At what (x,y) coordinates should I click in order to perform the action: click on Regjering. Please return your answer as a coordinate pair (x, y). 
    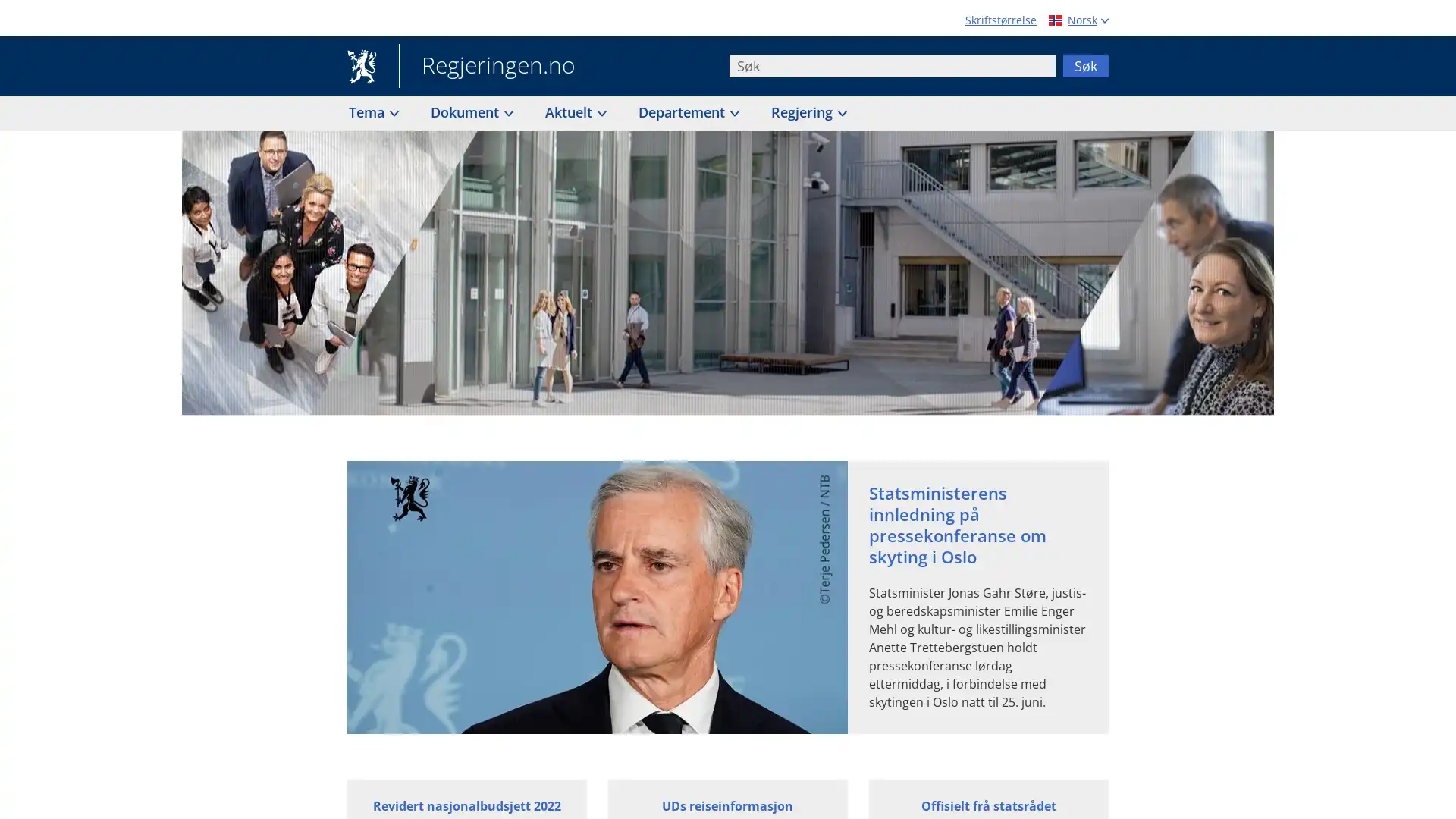
    Looking at the image, I should click on (807, 111).